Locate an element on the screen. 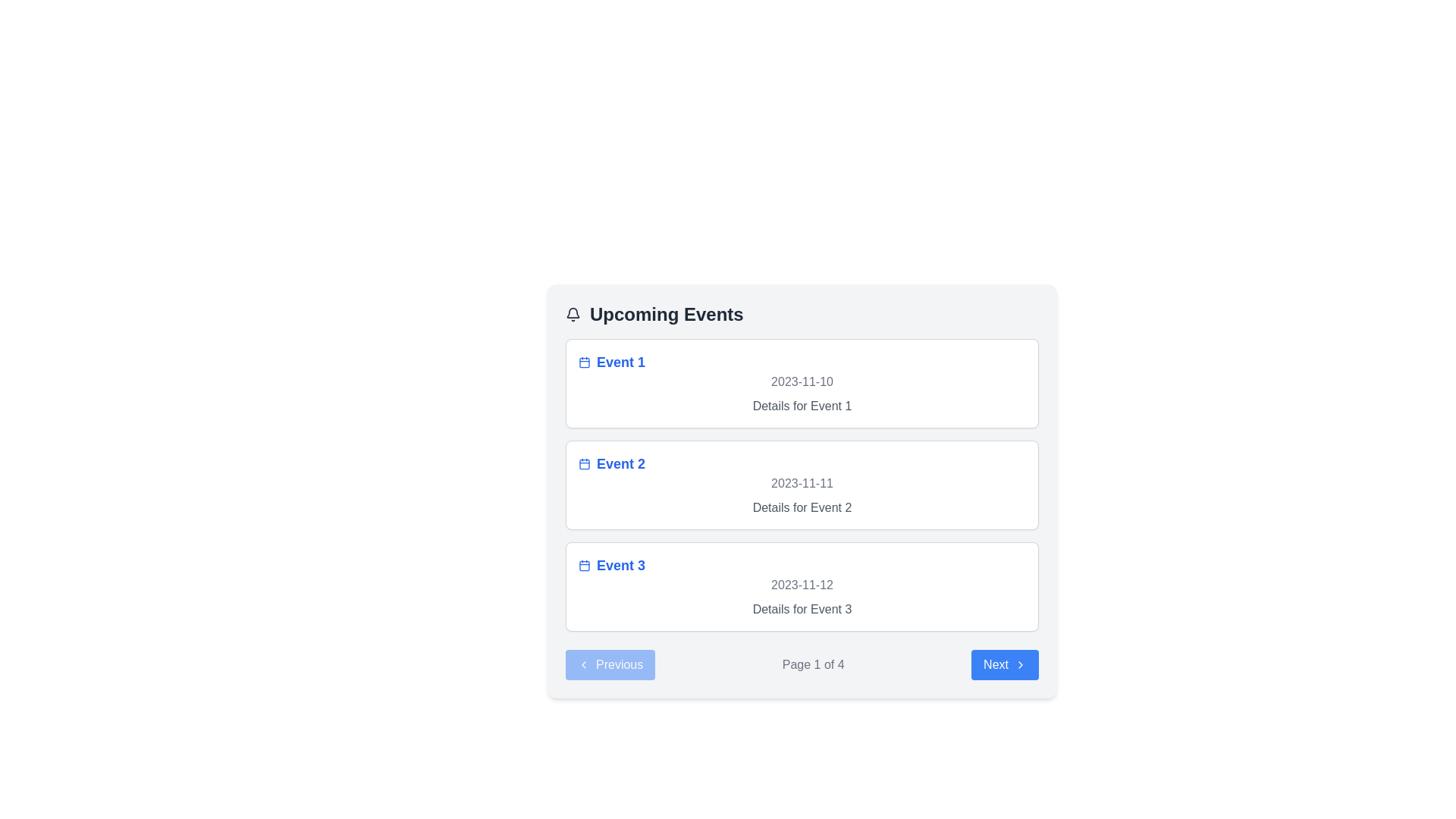 Image resolution: width=1456 pixels, height=819 pixels. the notifications icon located in the 'Upcoming Events' header, positioned to the left of the text is located at coordinates (572, 314).